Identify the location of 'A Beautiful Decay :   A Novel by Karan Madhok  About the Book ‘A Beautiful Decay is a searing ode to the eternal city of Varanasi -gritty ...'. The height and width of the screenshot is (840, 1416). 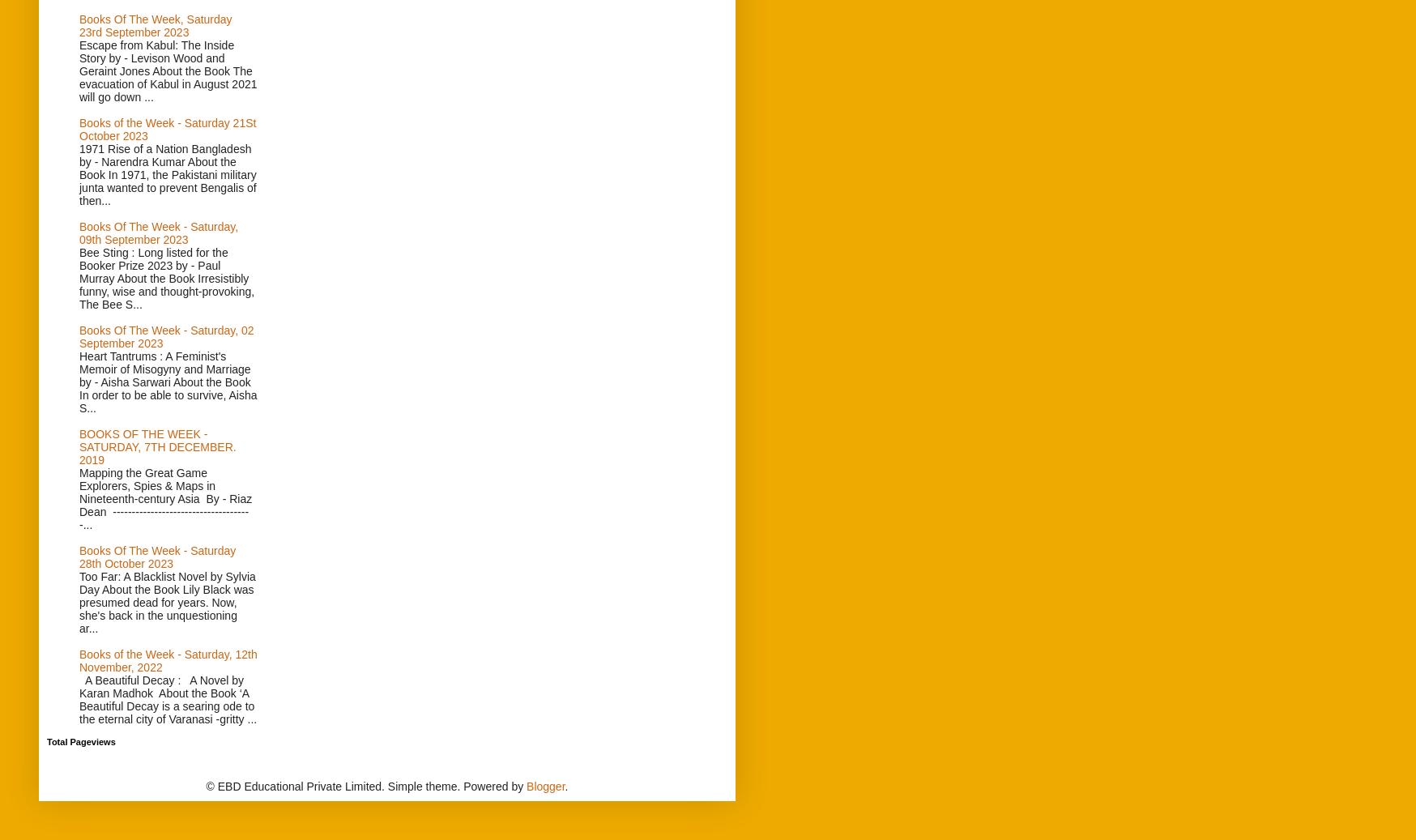
(167, 700).